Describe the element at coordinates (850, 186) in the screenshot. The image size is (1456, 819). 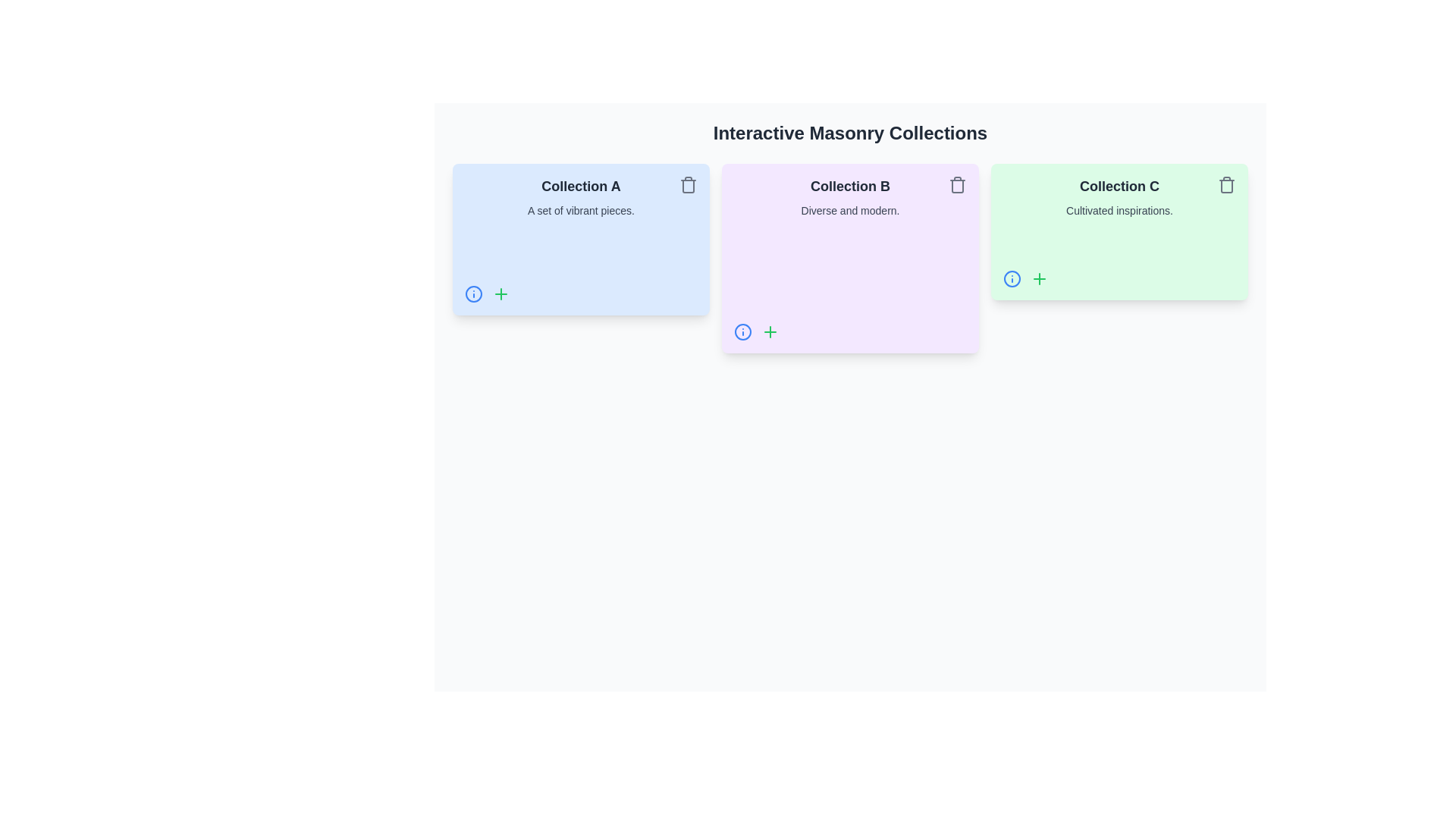
I see `the bold, prominent text 'Collection B' which is styled with a larger font in black color and is positioned at the top-center of a rectangular card with a light purple background` at that location.